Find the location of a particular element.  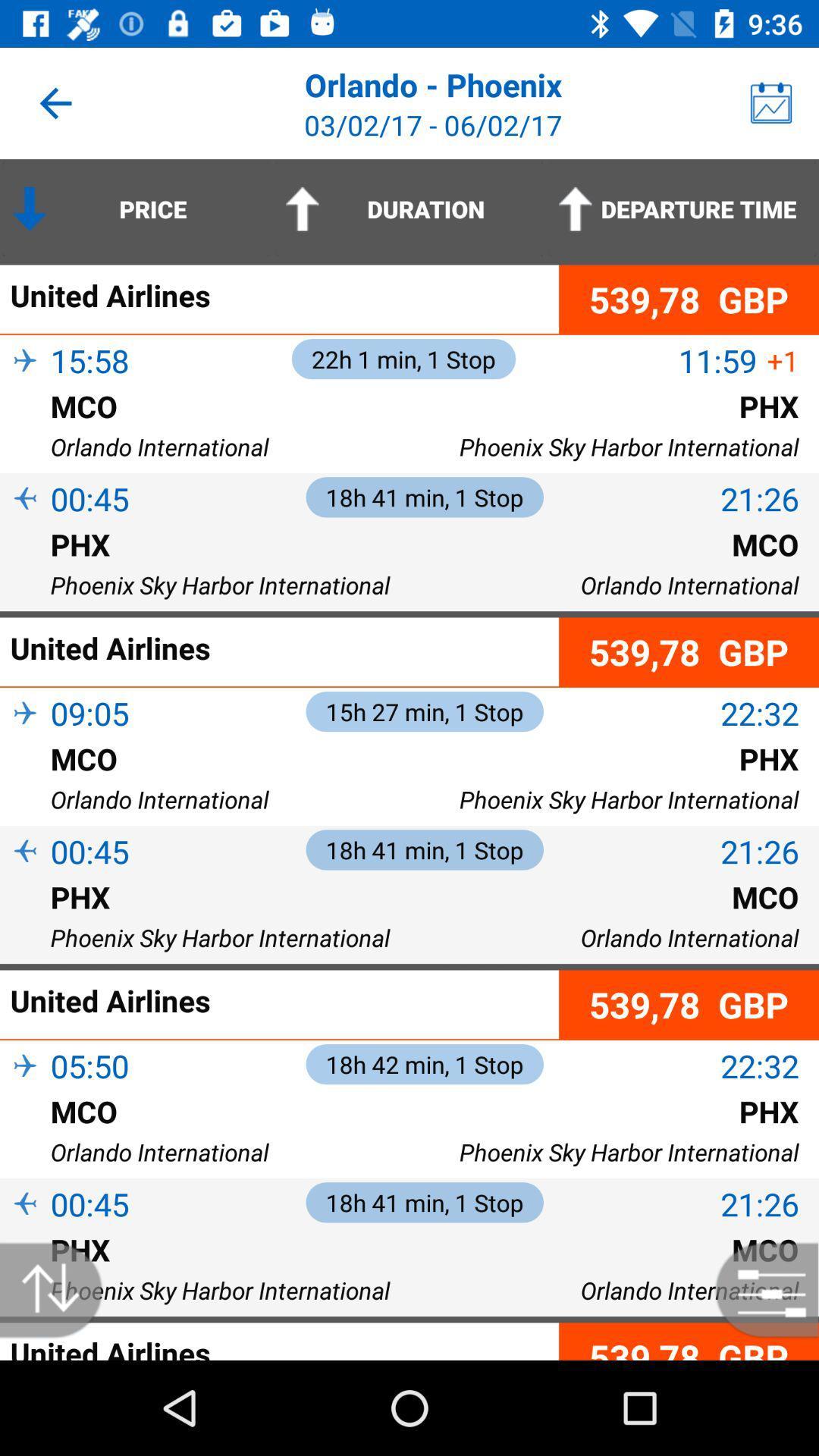

item below the 00:45 item is located at coordinates (25, 1229).